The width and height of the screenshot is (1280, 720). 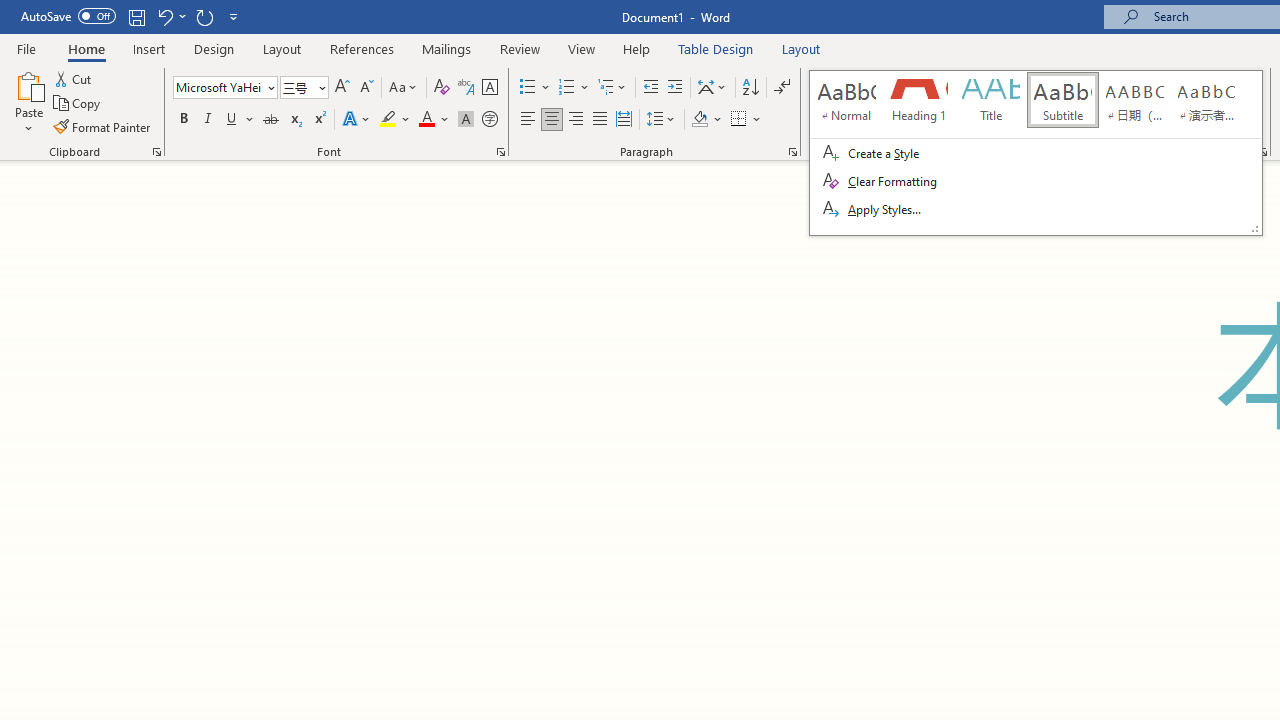 What do you see at coordinates (1036, 152) in the screenshot?
I see `'Class: Net UI Tool Window'` at bounding box center [1036, 152].